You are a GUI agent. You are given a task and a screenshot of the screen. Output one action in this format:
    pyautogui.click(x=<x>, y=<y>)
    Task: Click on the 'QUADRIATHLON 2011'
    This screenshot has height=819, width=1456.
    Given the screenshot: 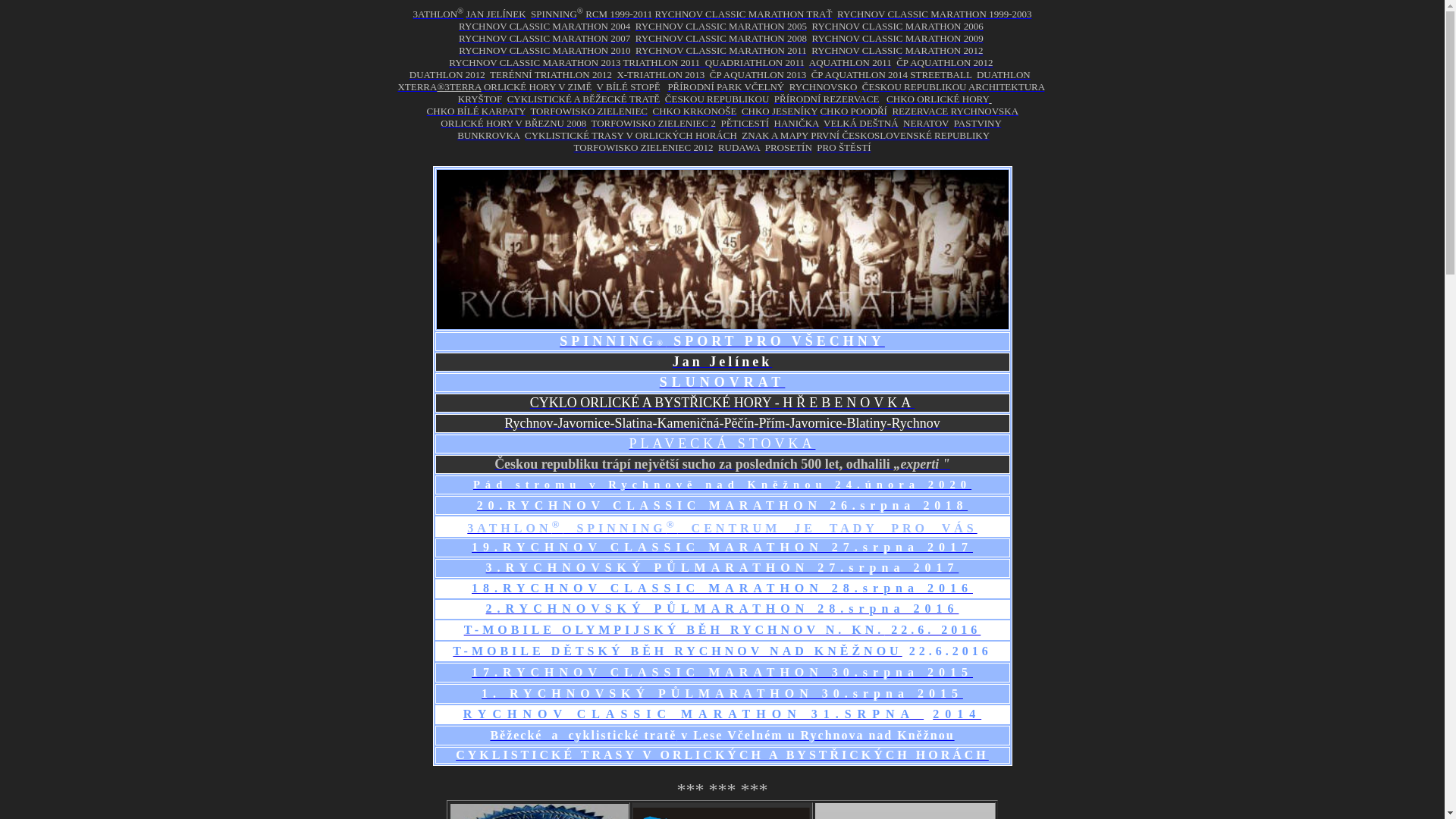 What is the action you would take?
    pyautogui.click(x=755, y=61)
    